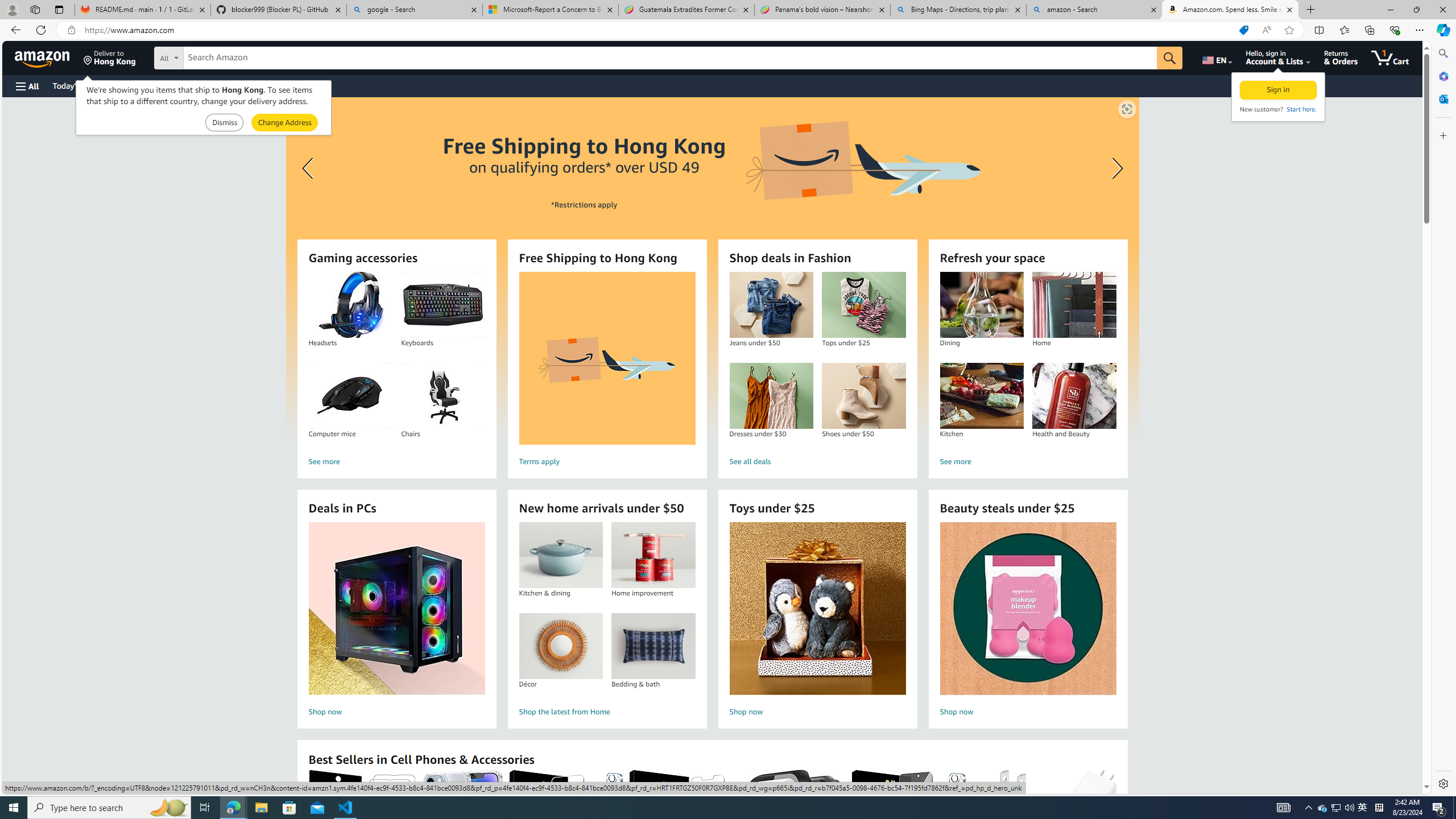  Describe the element at coordinates (396, 621) in the screenshot. I see `'Deals in PCs Shop now'` at that location.